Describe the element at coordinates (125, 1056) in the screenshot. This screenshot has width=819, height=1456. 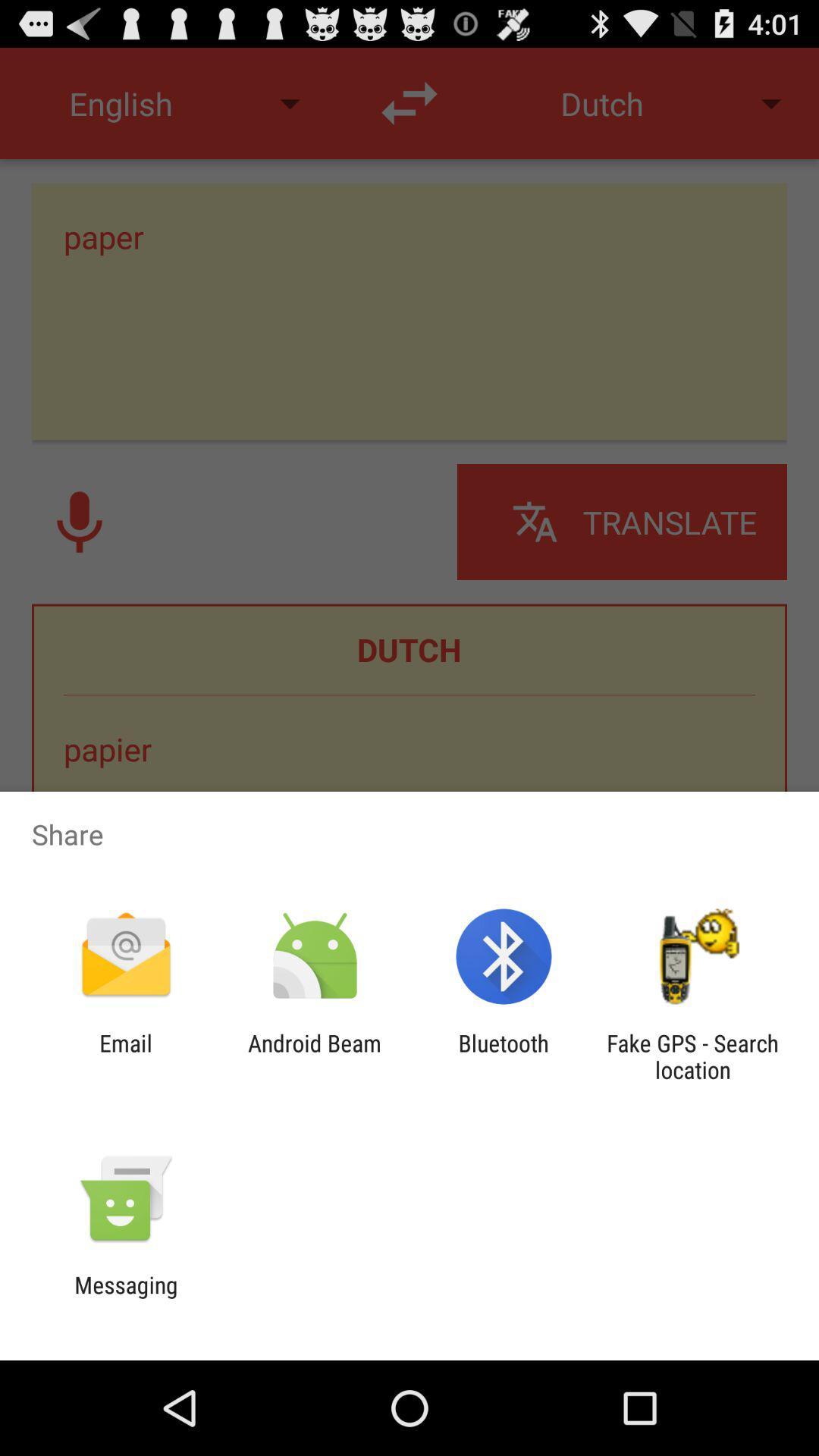
I see `email` at that location.